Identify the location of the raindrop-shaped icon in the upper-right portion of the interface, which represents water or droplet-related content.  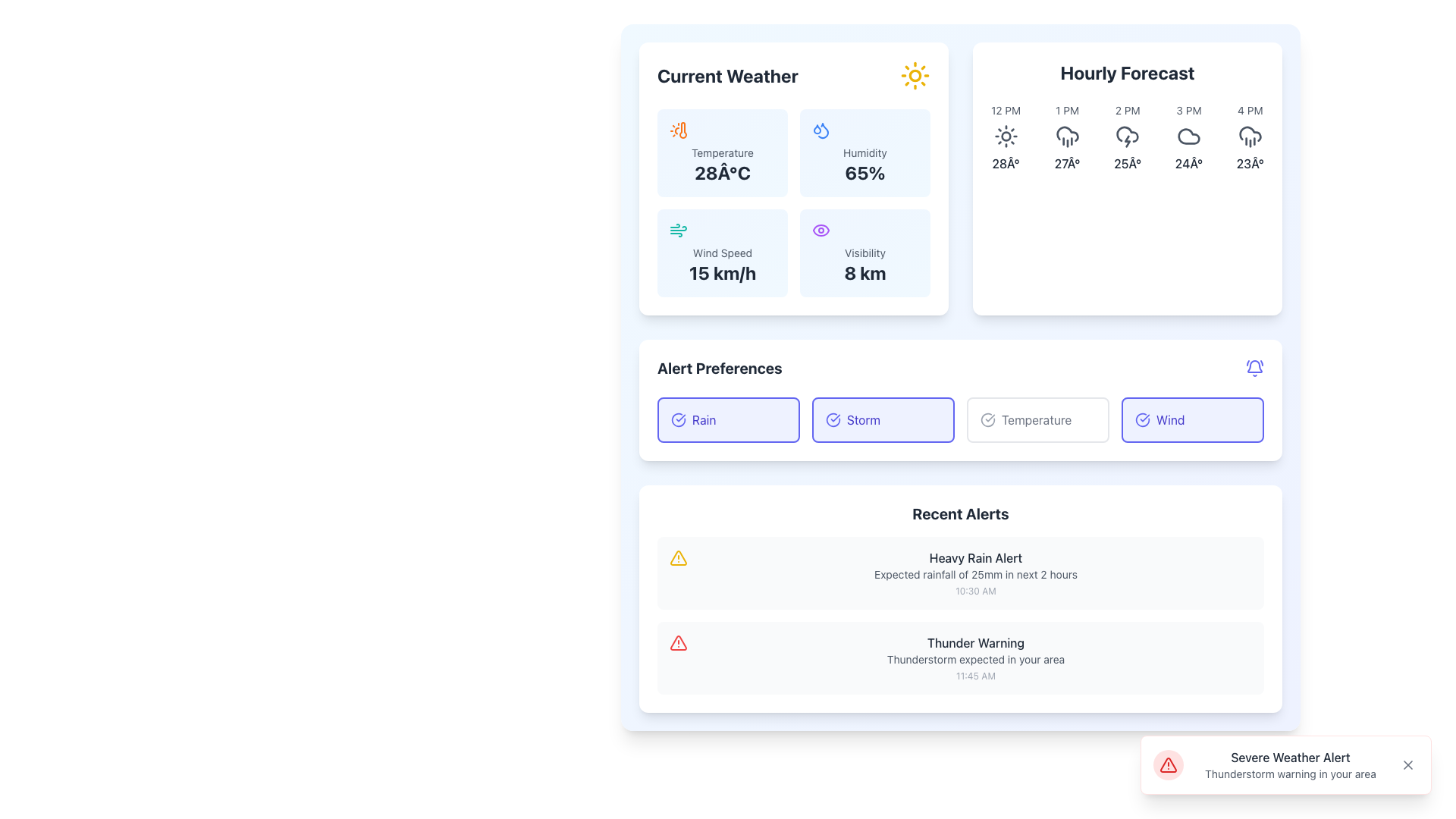
(817, 127).